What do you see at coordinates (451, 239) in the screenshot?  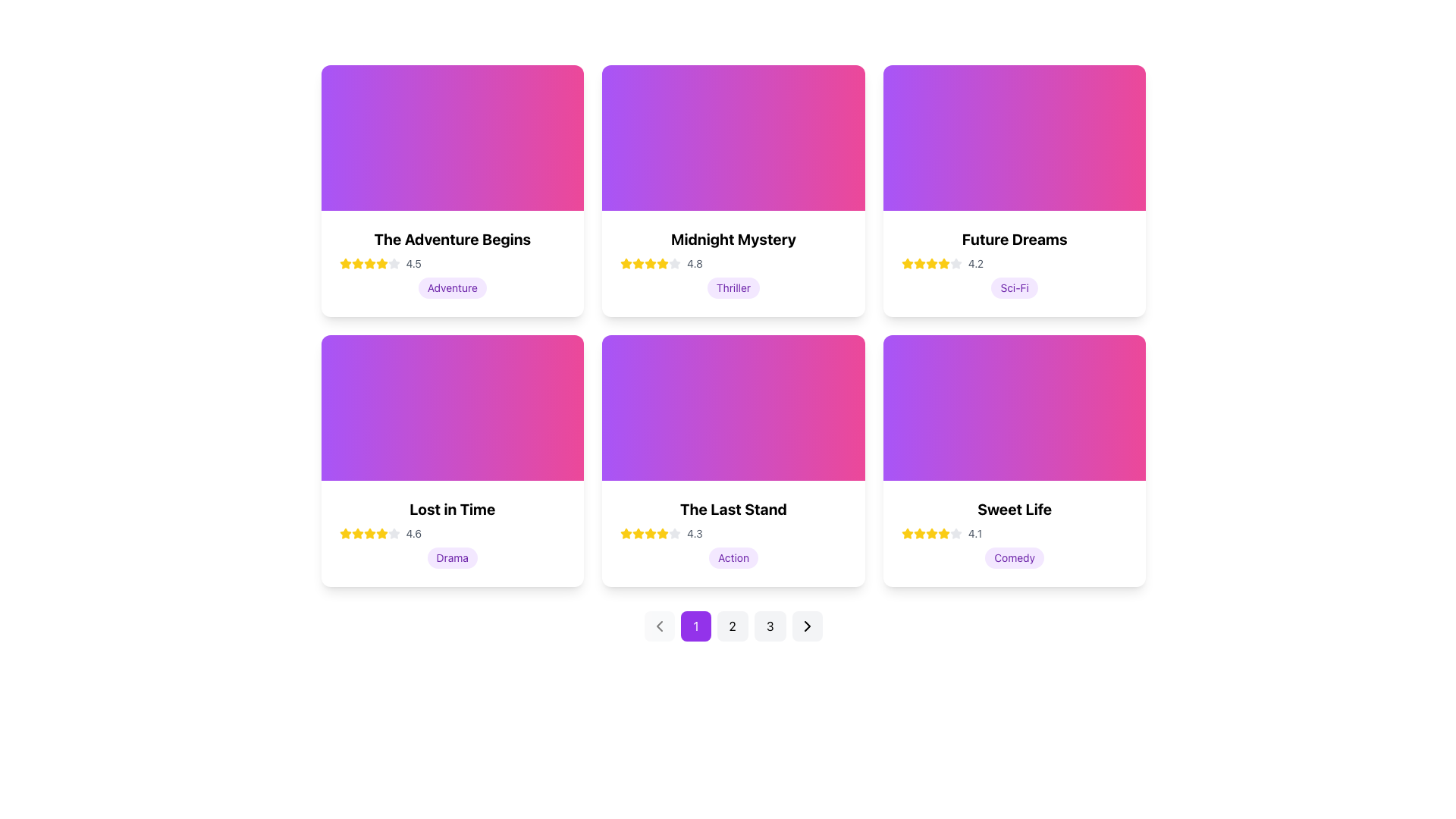 I see `the text block that features 'The Adventure Begins', which is styled in an extra-large, bold font and serves as the headline for the card layout` at bounding box center [451, 239].